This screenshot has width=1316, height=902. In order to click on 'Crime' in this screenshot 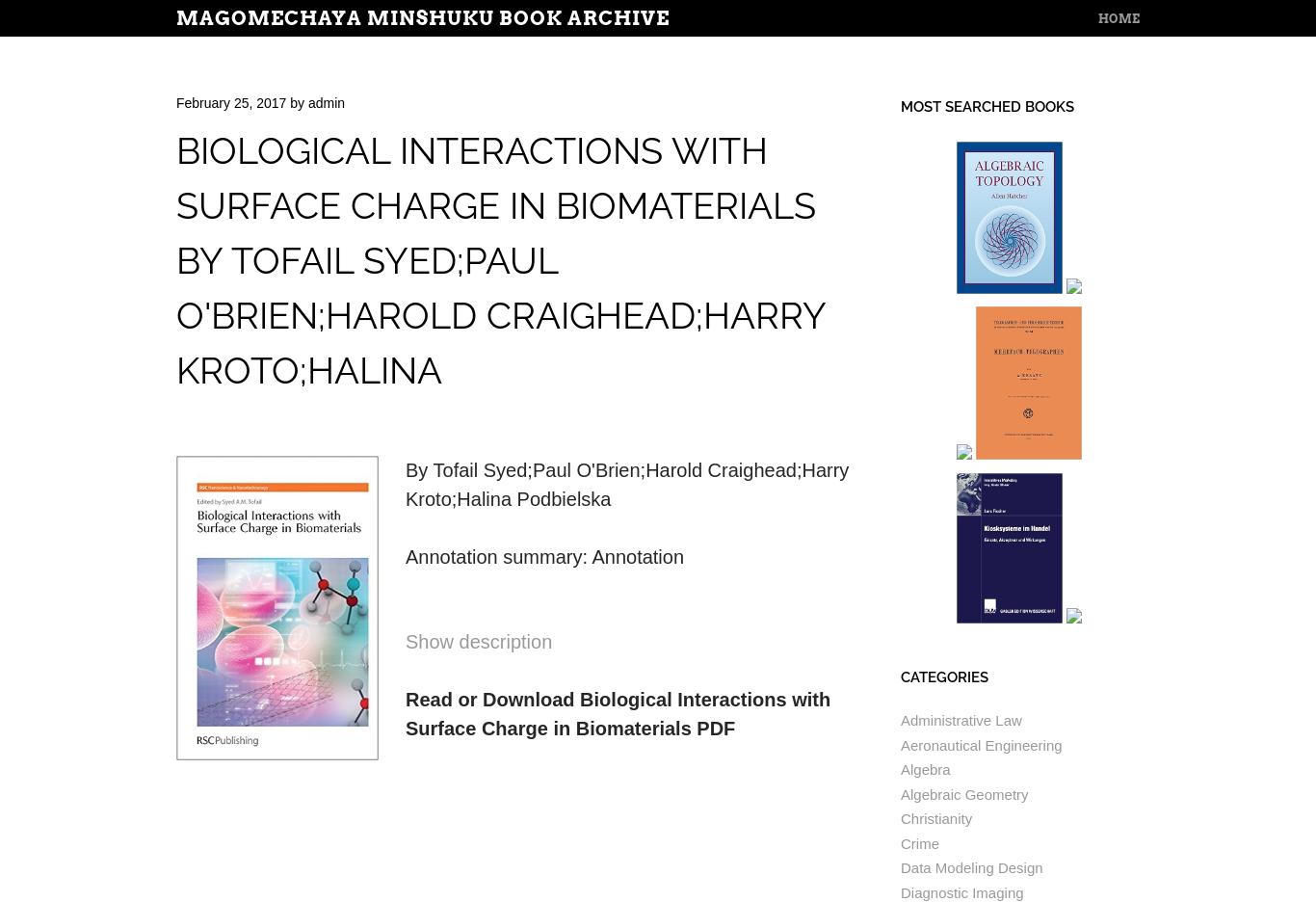, I will do `click(919, 841)`.